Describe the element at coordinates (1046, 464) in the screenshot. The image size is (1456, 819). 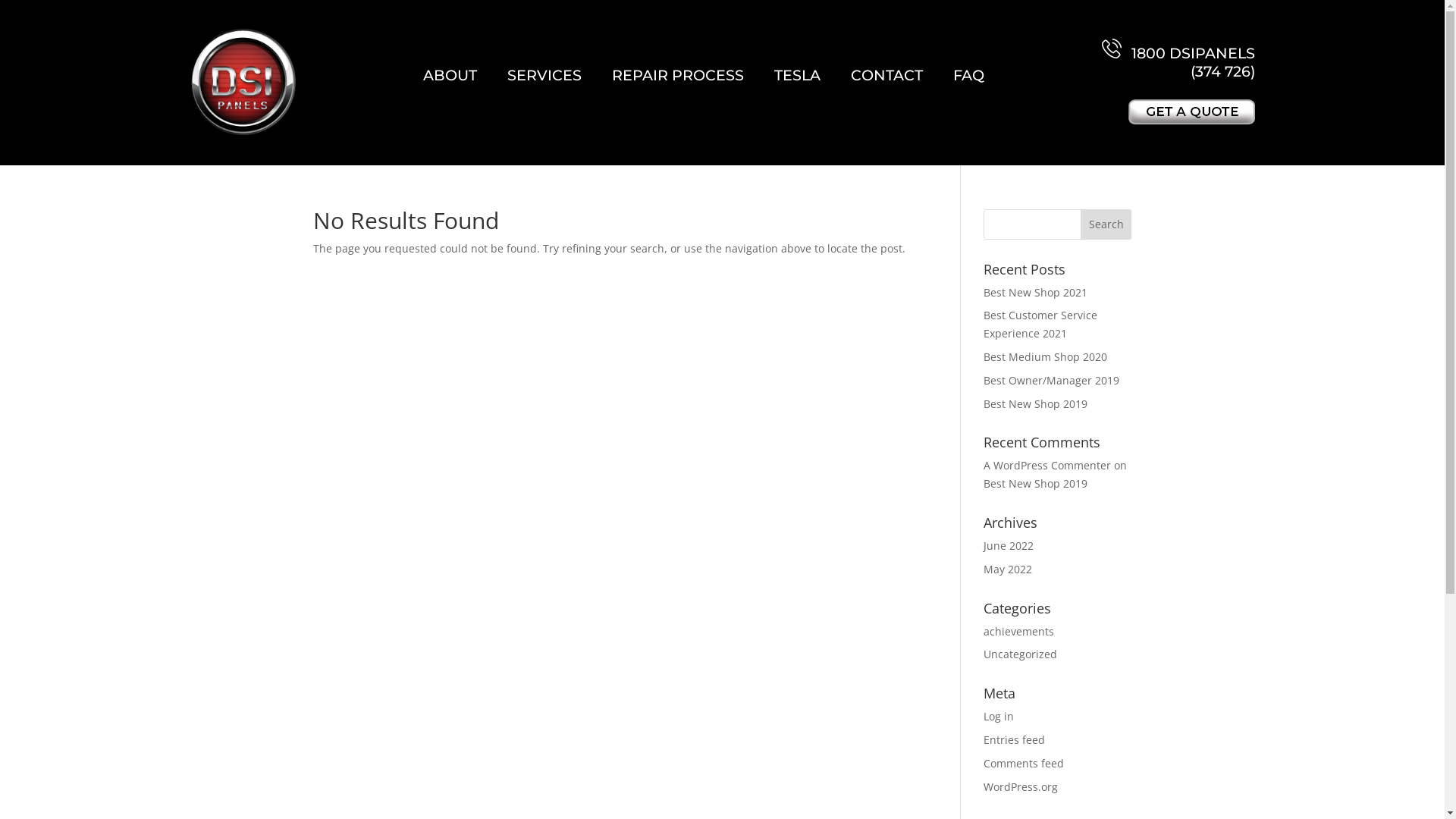
I see `'A WordPress Commenter'` at that location.